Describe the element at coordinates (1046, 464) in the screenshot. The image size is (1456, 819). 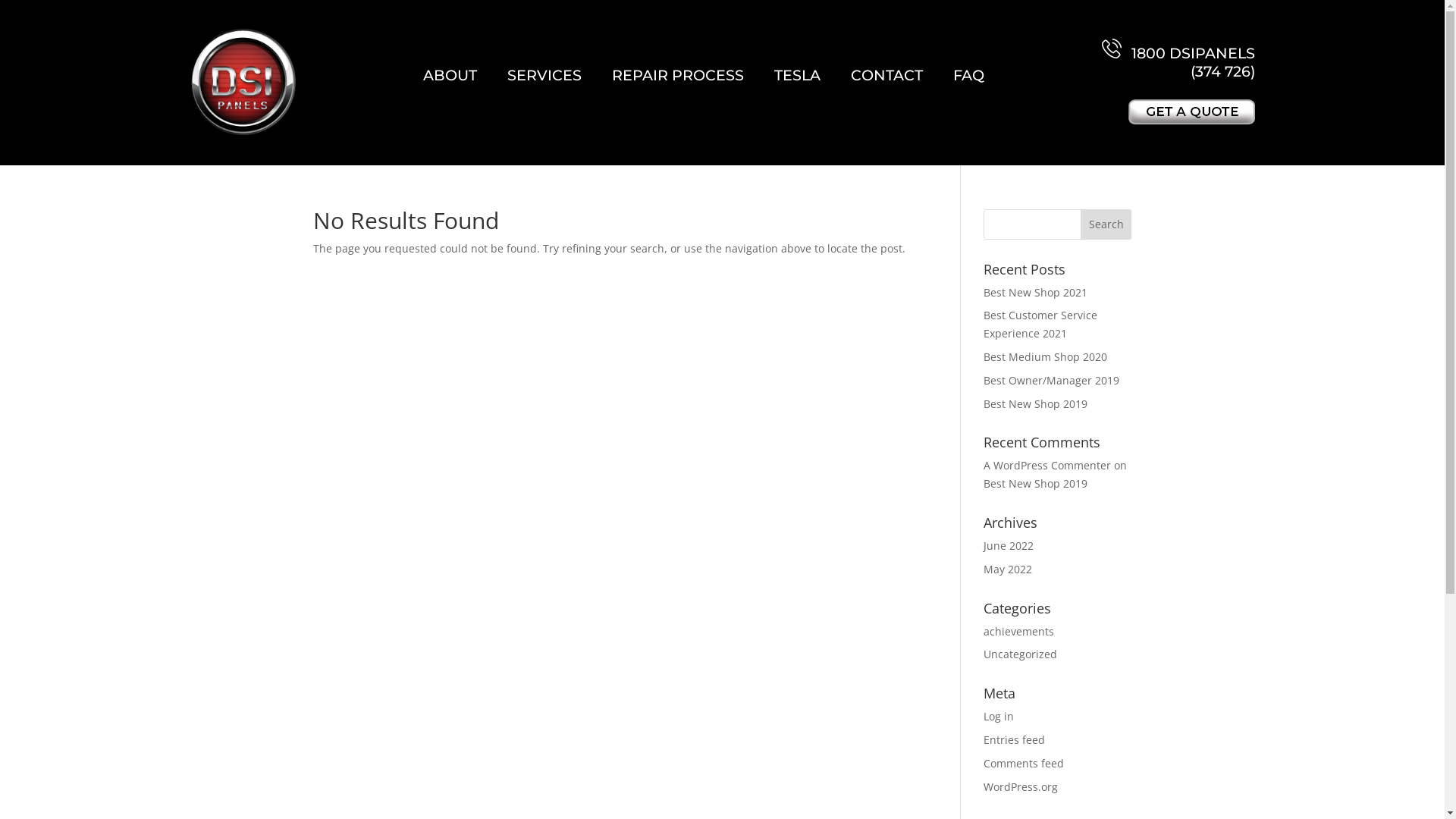
I see `'A WordPress Commenter'` at that location.